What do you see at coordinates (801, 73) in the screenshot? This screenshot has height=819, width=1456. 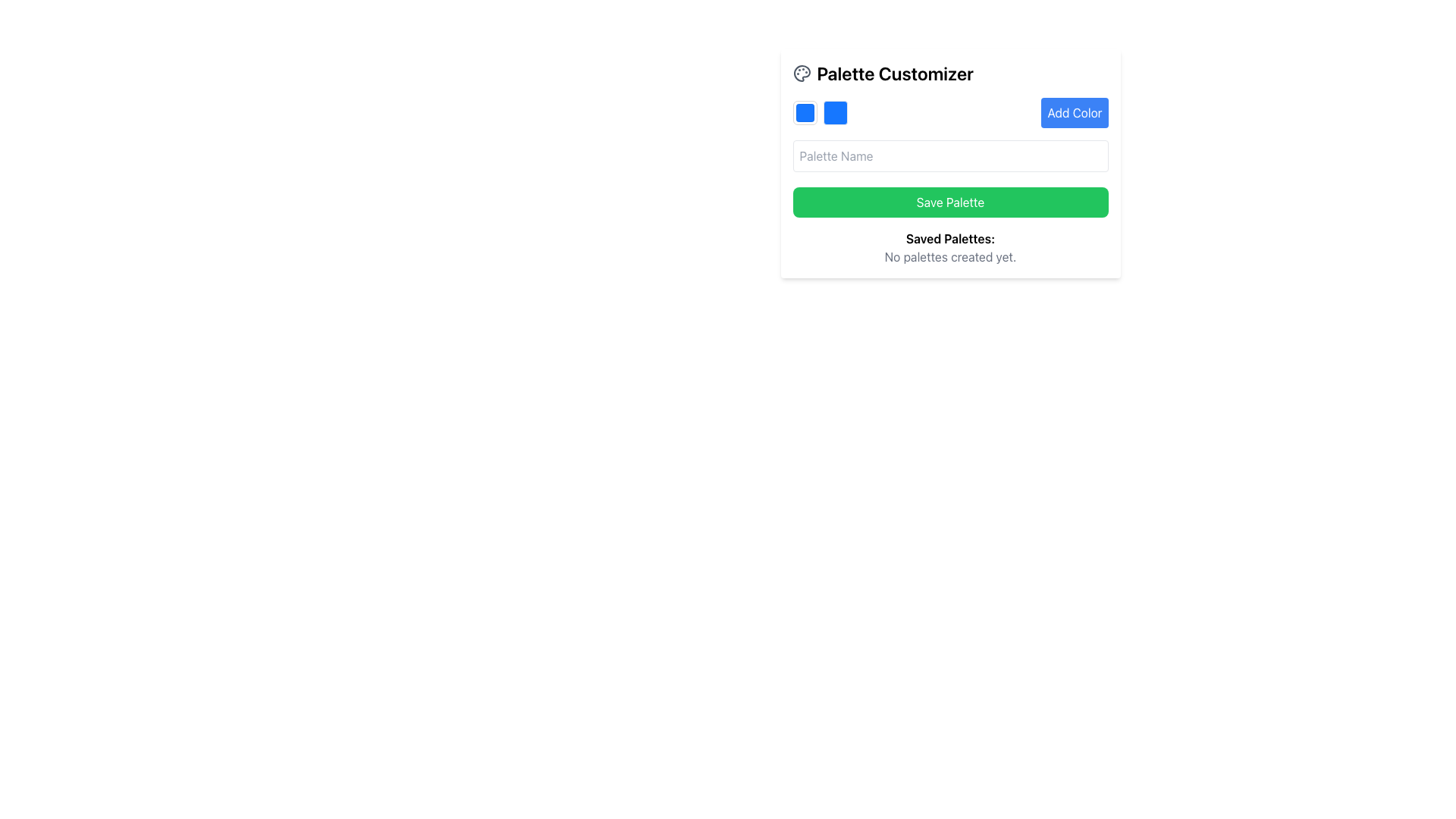 I see `the painter's palette icon located in the 'Palette Customizer' panel, which has a rounded shape and small circular cutouts, serving as a visual identifier for the section` at bounding box center [801, 73].